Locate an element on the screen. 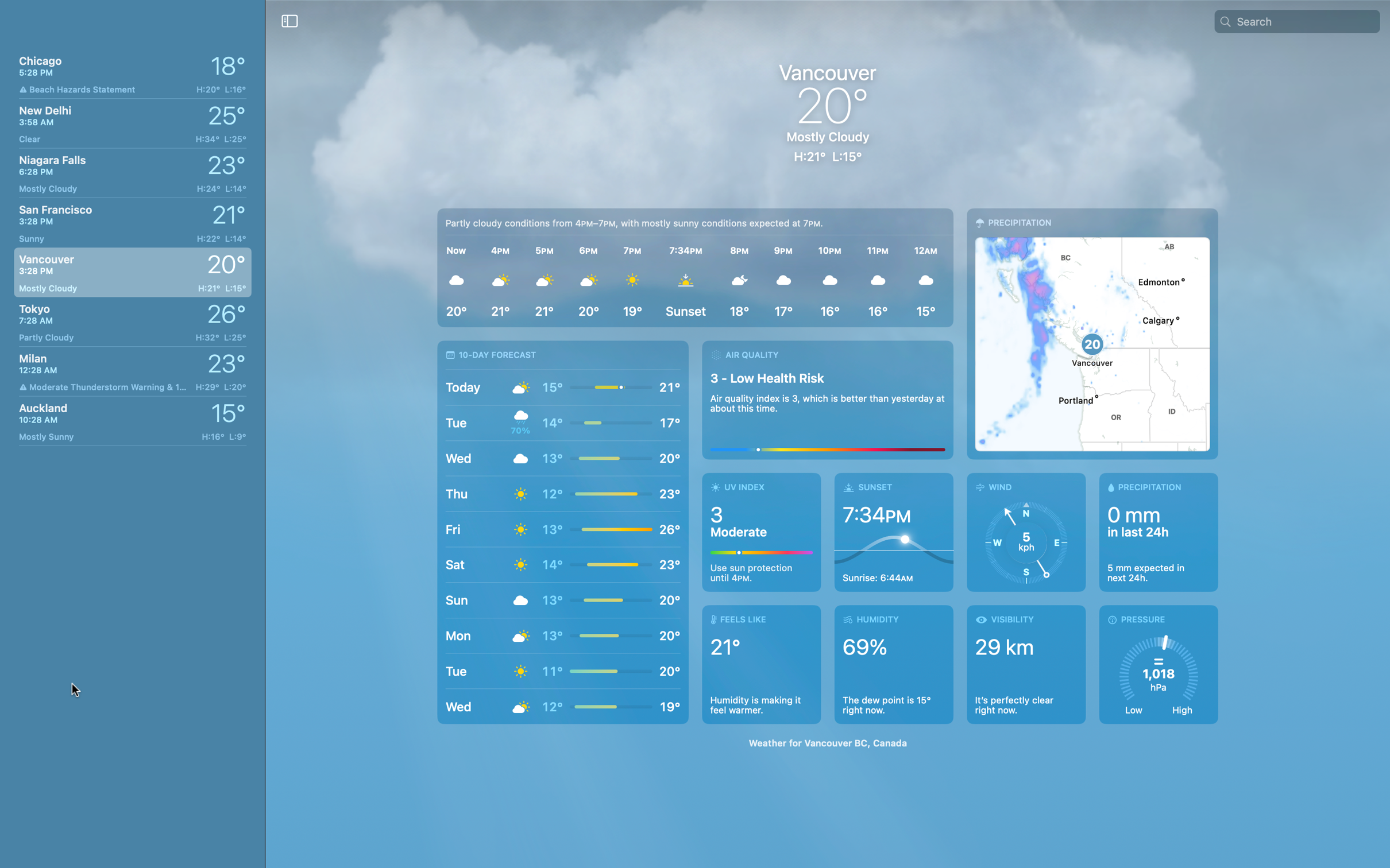 Image resolution: width=1390 pixels, height=868 pixels. Check the prevailing weather at Niagara Falls is located at coordinates (131, 170).